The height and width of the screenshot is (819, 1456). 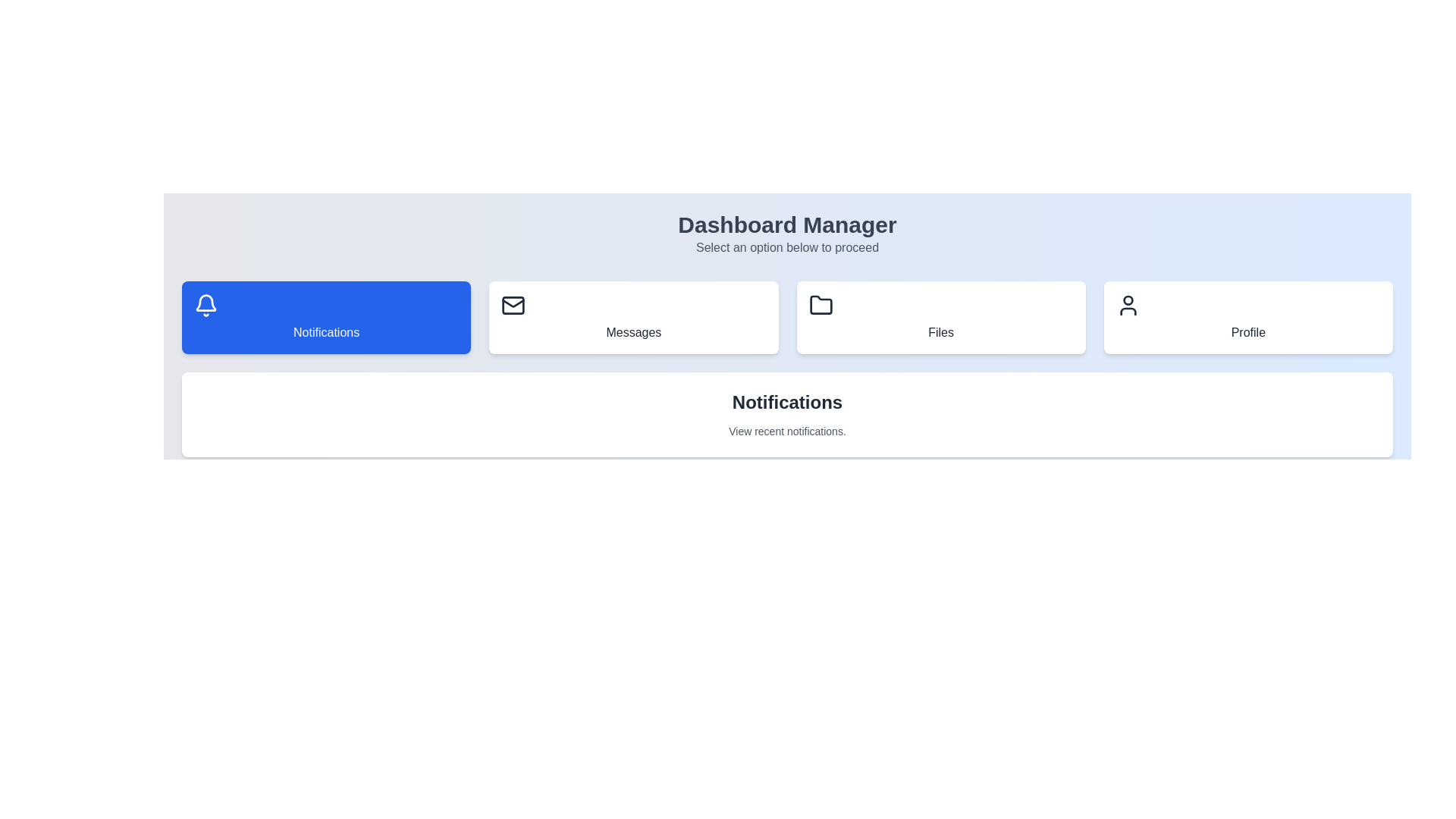 I want to click on the first button in the horizontal row that navigates to the 'Notifications' section, so click(x=325, y=317).